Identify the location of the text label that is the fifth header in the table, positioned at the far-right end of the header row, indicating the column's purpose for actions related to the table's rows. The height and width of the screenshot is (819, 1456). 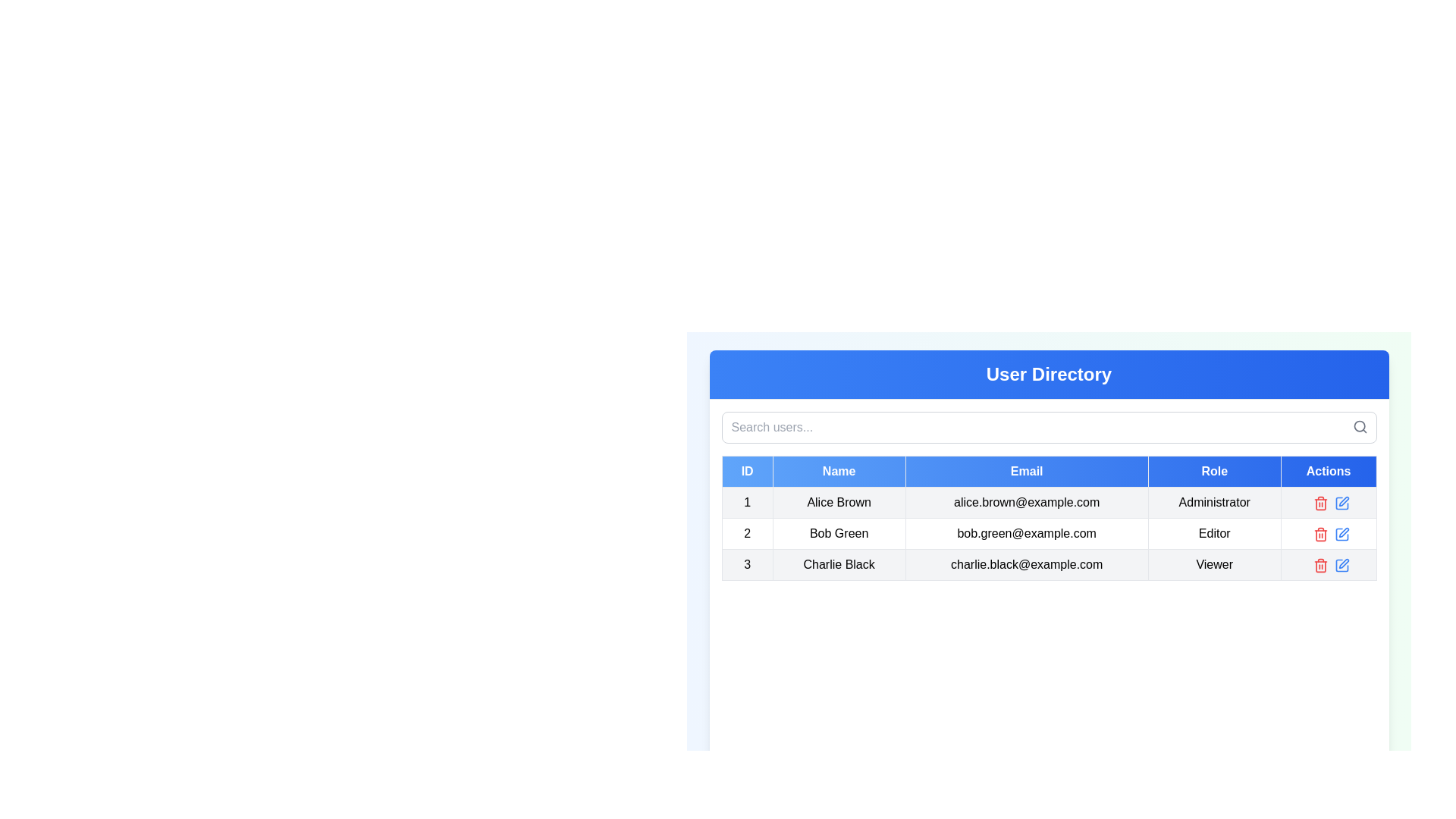
(1328, 470).